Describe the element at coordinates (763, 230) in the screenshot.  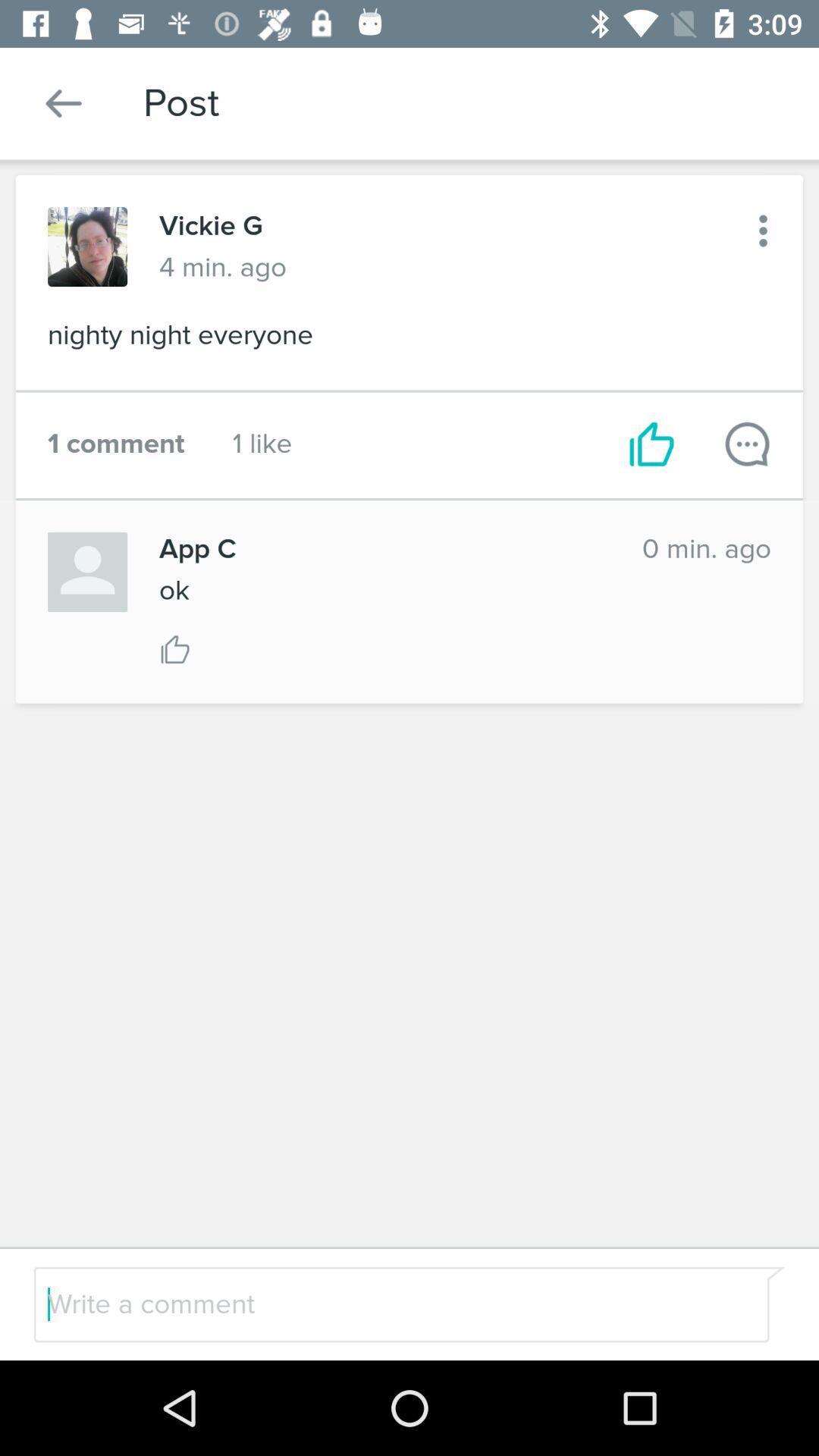
I see `the item above nighty night everyone item` at that location.